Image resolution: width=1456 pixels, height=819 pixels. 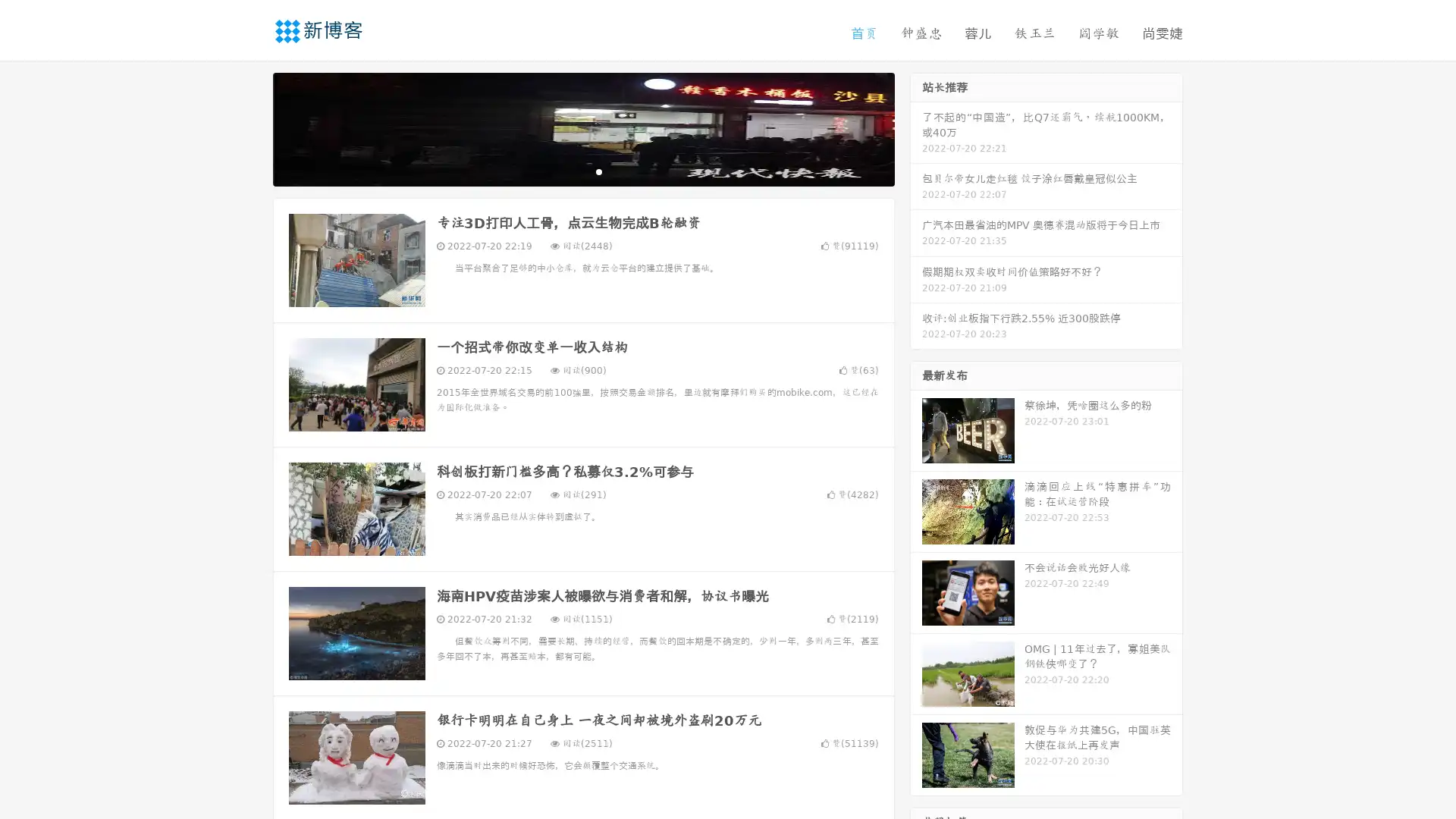 What do you see at coordinates (598, 171) in the screenshot?
I see `Go to slide 3` at bounding box center [598, 171].